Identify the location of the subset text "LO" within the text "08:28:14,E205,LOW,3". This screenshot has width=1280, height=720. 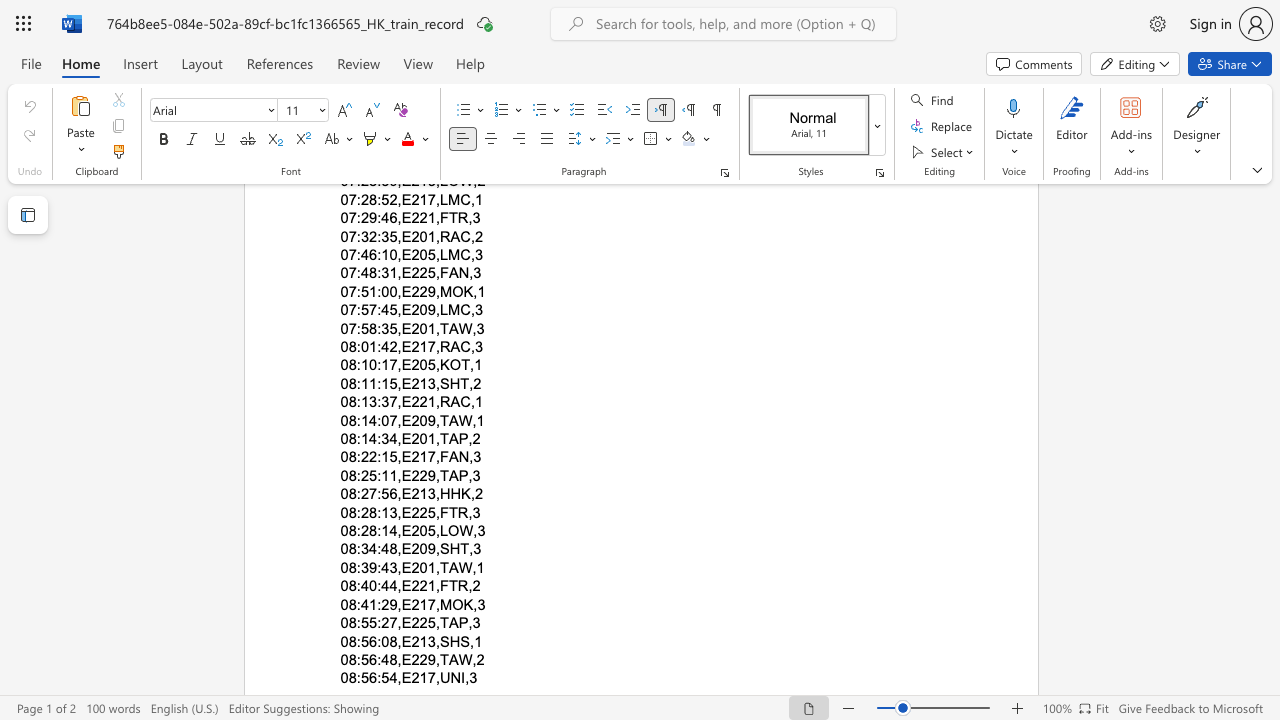
(438, 530).